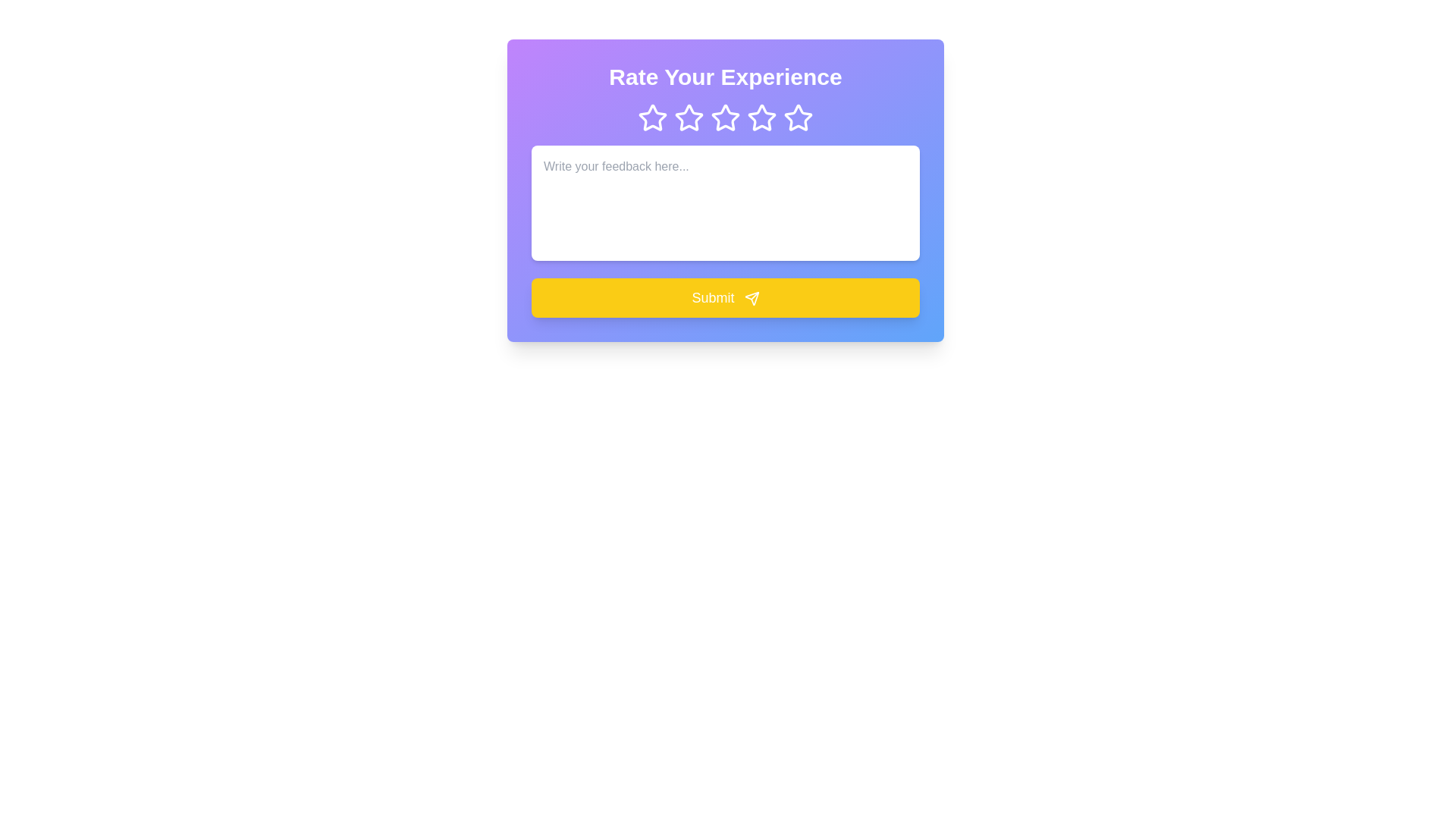 The height and width of the screenshot is (819, 1456). I want to click on the star icon representing the third rating value in the 'Rate Your Experience' section, so click(724, 117).